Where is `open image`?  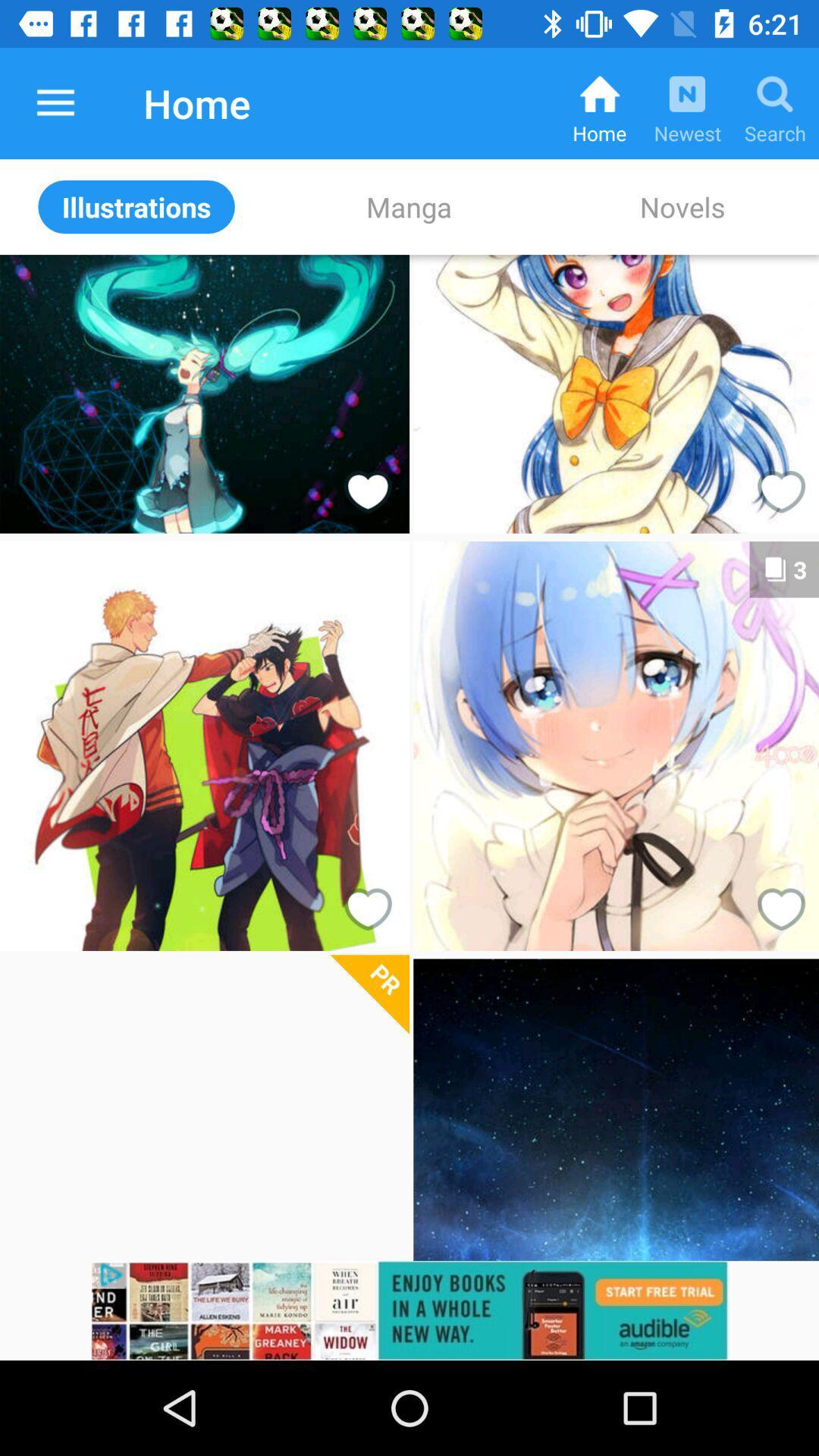
open image is located at coordinates (203, 1110).